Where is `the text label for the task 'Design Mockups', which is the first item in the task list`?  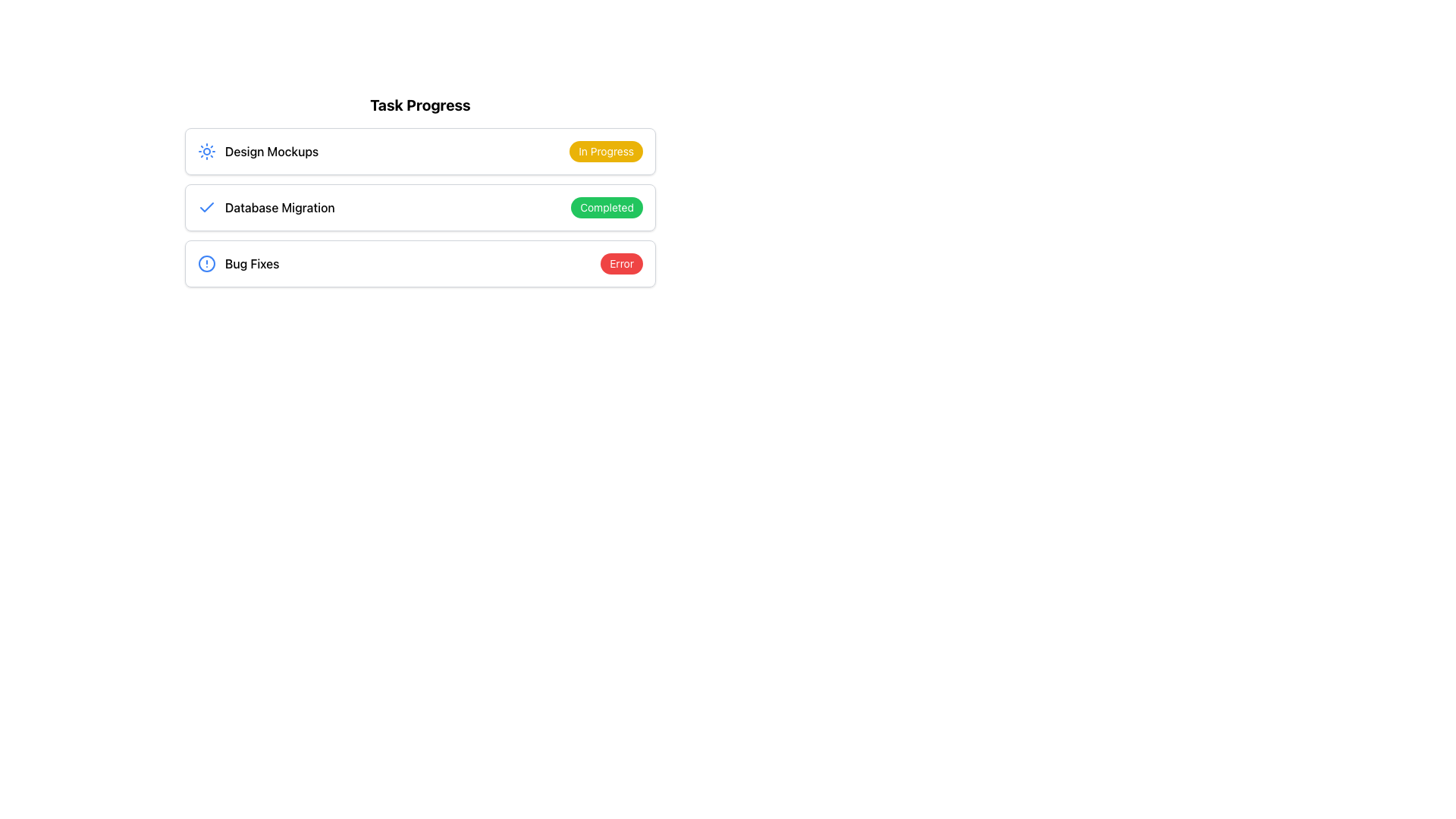 the text label for the task 'Design Mockups', which is the first item in the task list is located at coordinates (258, 152).